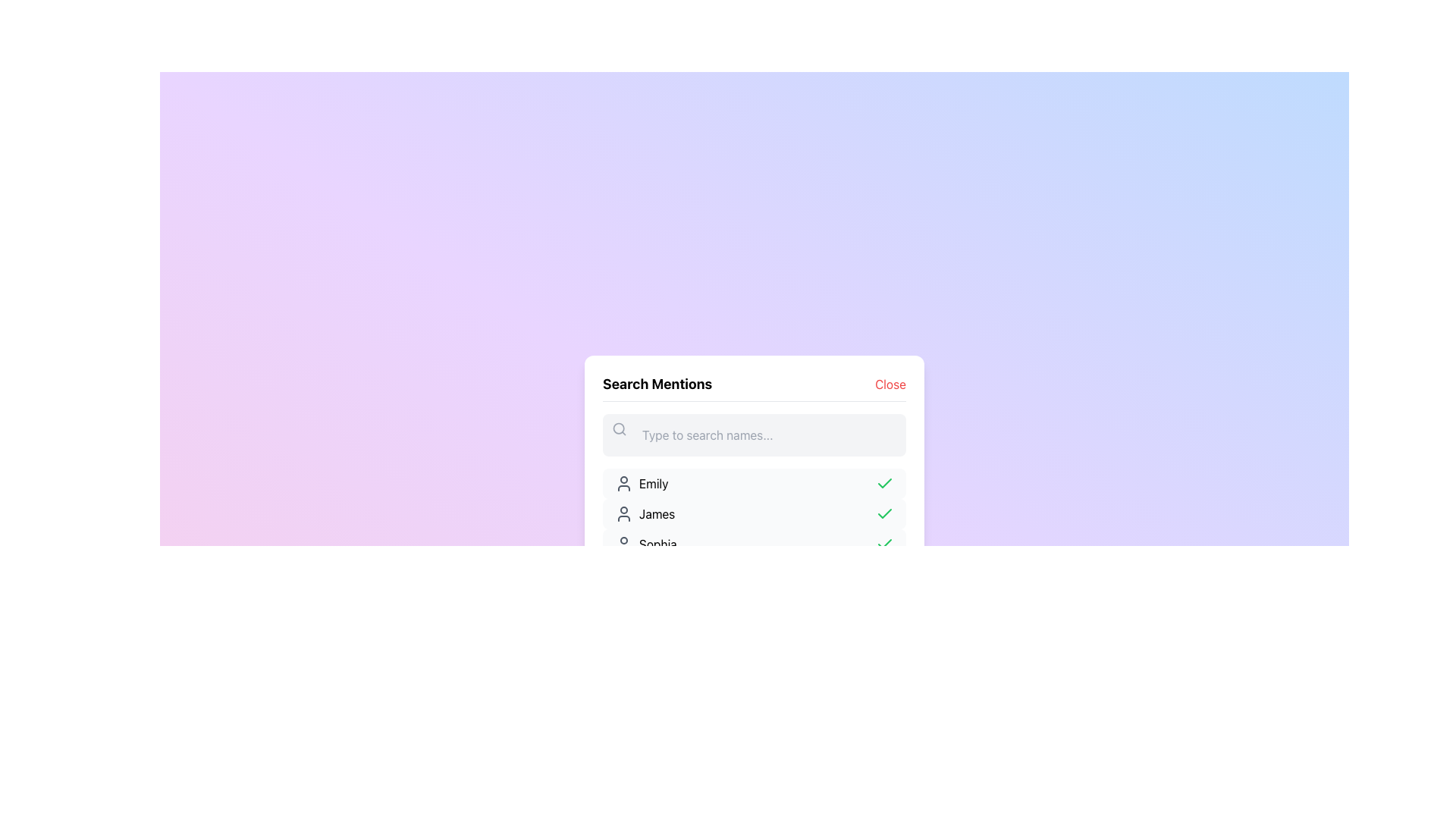 The width and height of the screenshot is (1456, 819). I want to click on on the list item representing the user 'James', so click(754, 513).